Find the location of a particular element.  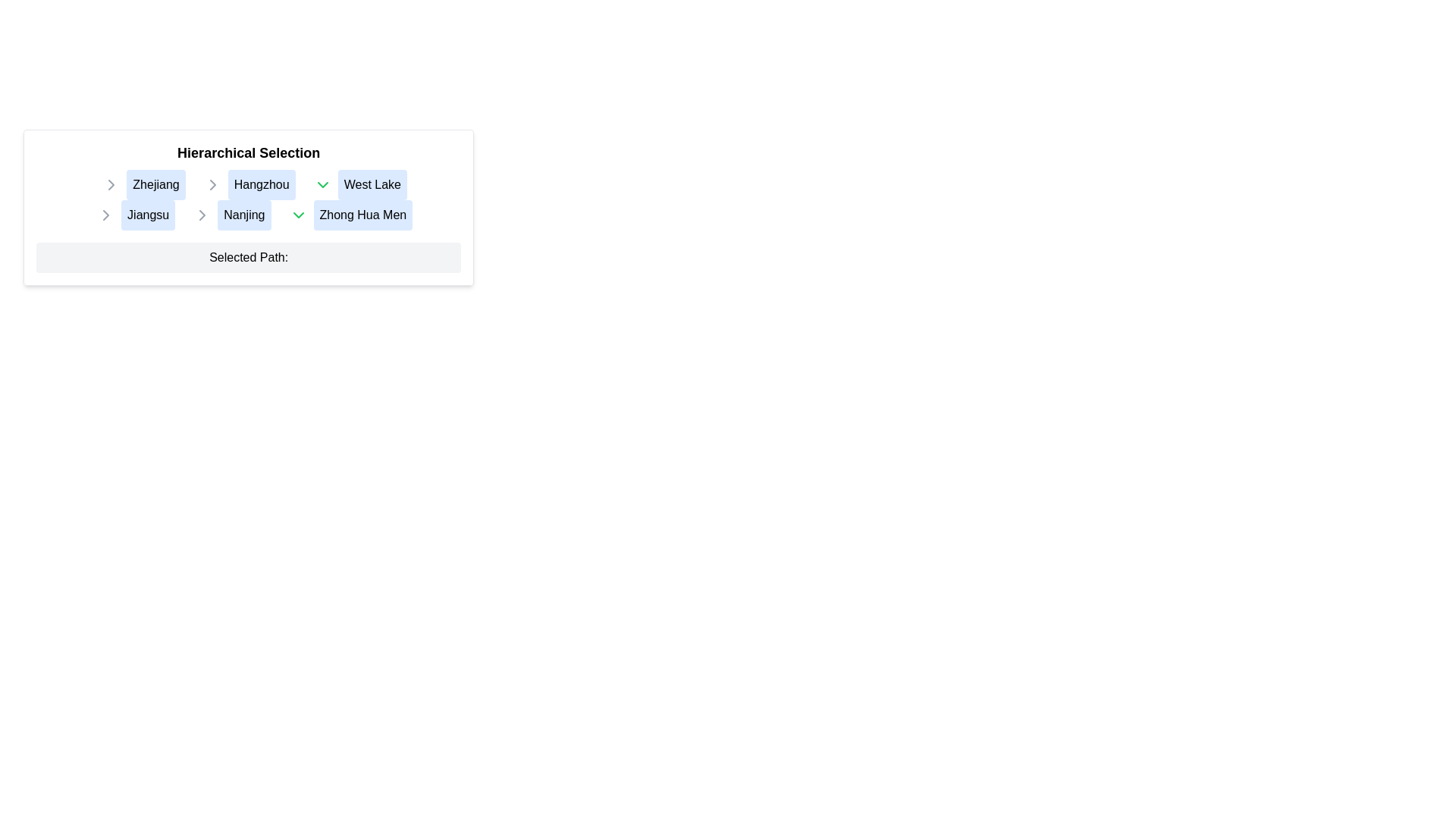

the selectable list item labeled 'Zhong Hua Men' which has a light blue background and a green downward chevron icon to its left, located on the second row beneath 'Nanjing' is located at coordinates (350, 215).